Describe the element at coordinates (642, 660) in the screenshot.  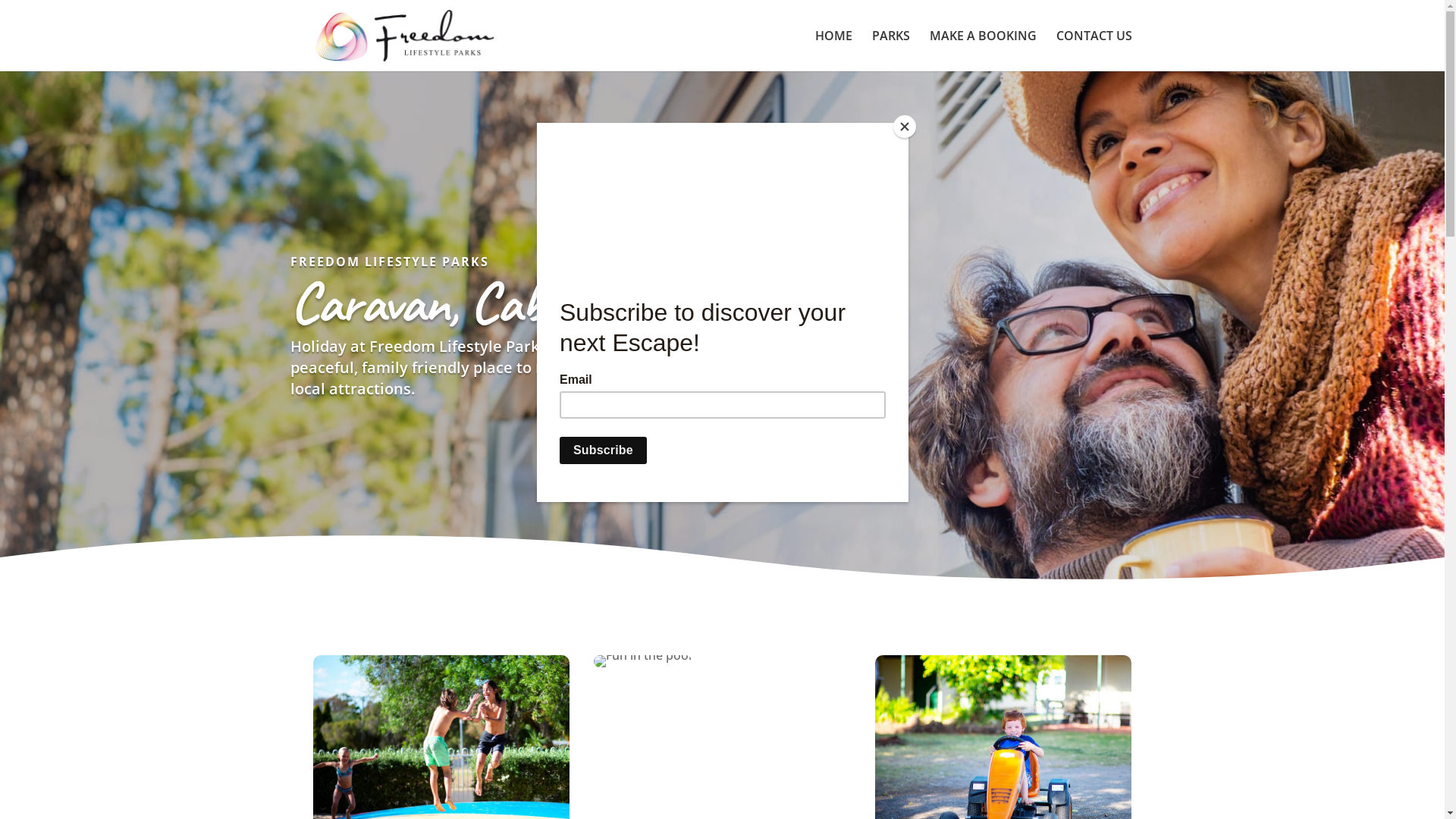
I see `'splash@2x'` at that location.